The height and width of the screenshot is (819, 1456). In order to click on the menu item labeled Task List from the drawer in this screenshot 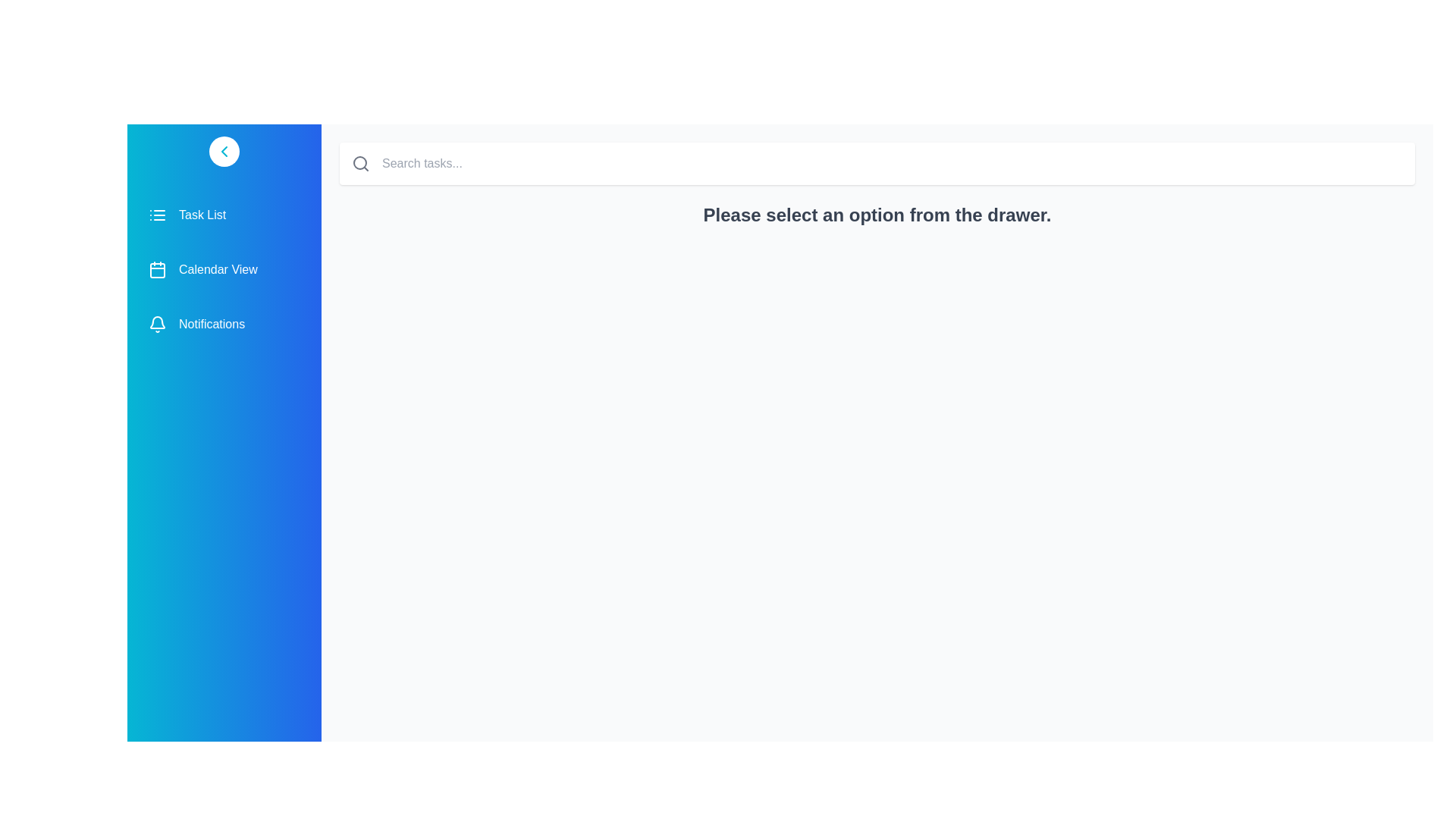, I will do `click(224, 215)`.